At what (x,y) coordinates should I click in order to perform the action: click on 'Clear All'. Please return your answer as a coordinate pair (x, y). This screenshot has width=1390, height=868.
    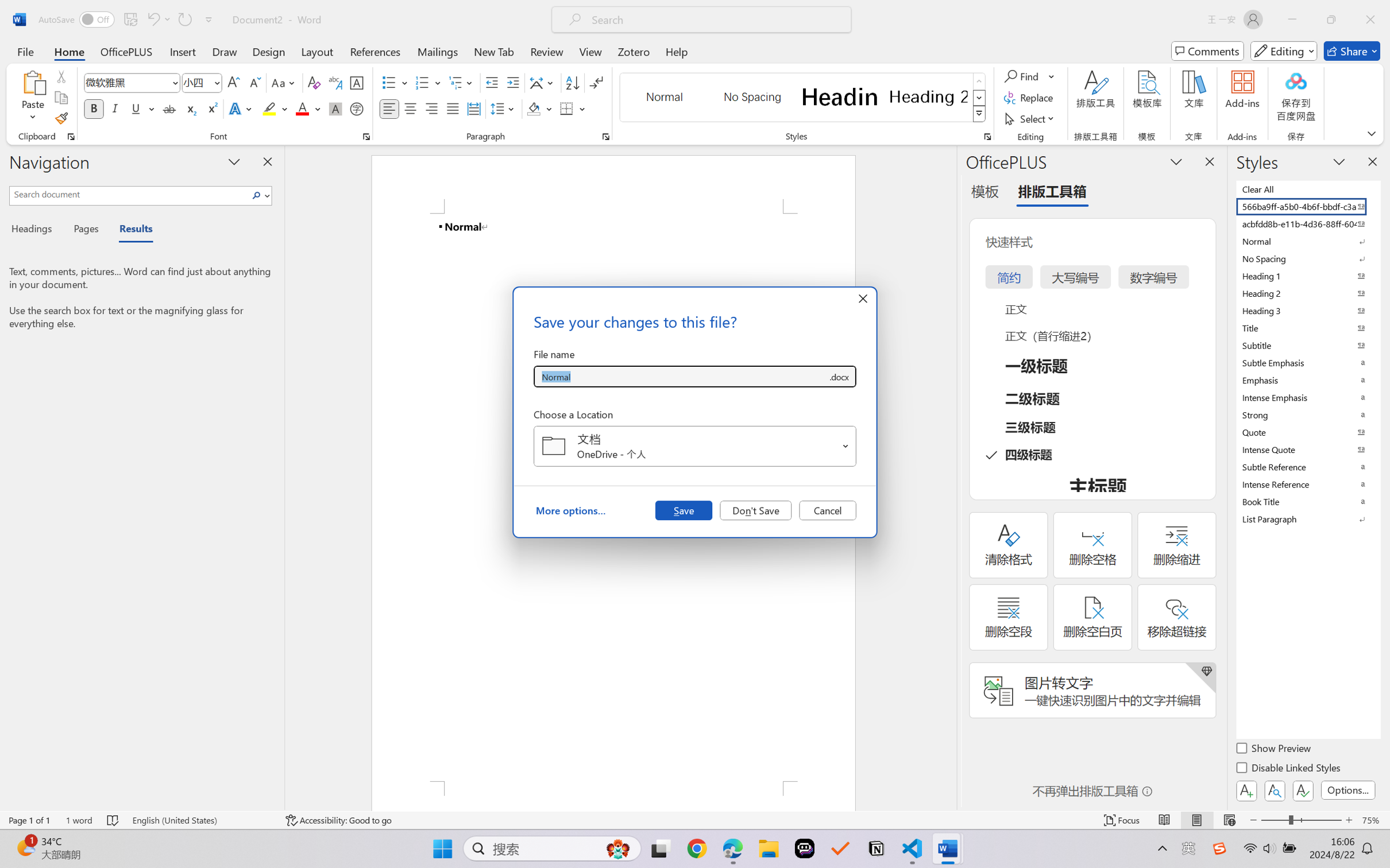
    Looking at the image, I should click on (1307, 188).